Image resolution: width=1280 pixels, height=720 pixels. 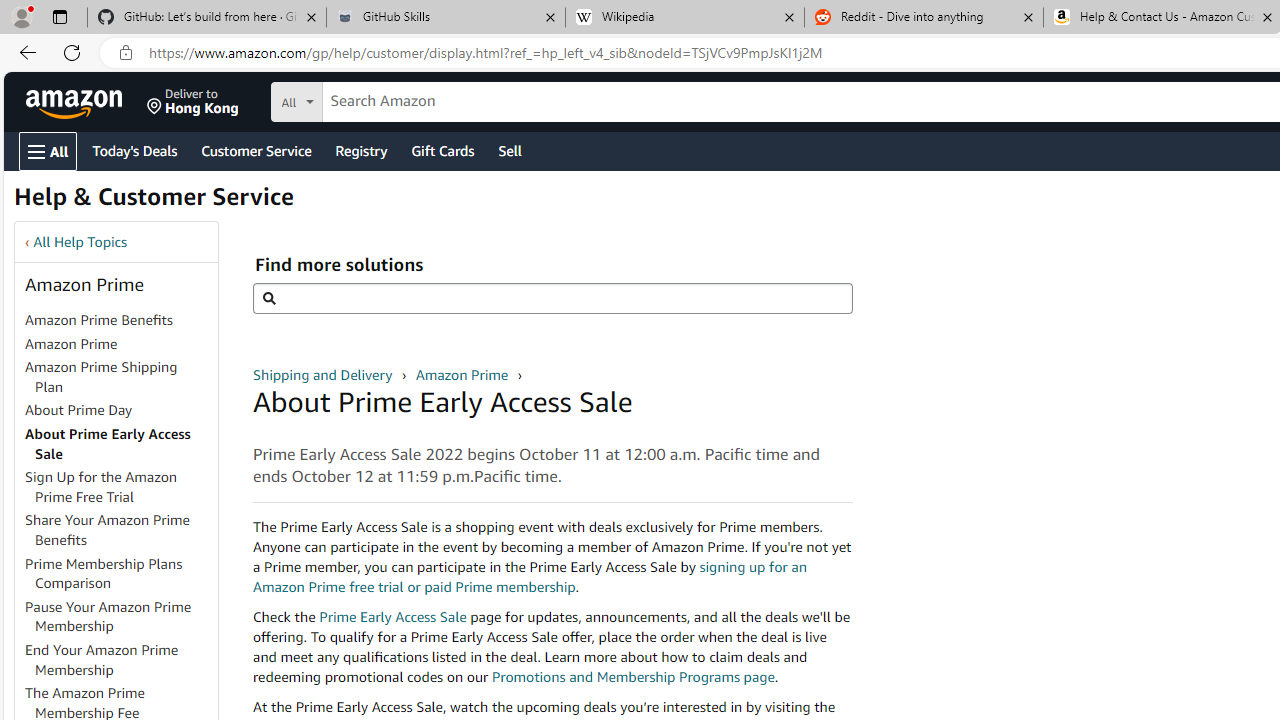 I want to click on 'Sign Up for the Amazon Prime Free Trial', so click(x=119, y=488).